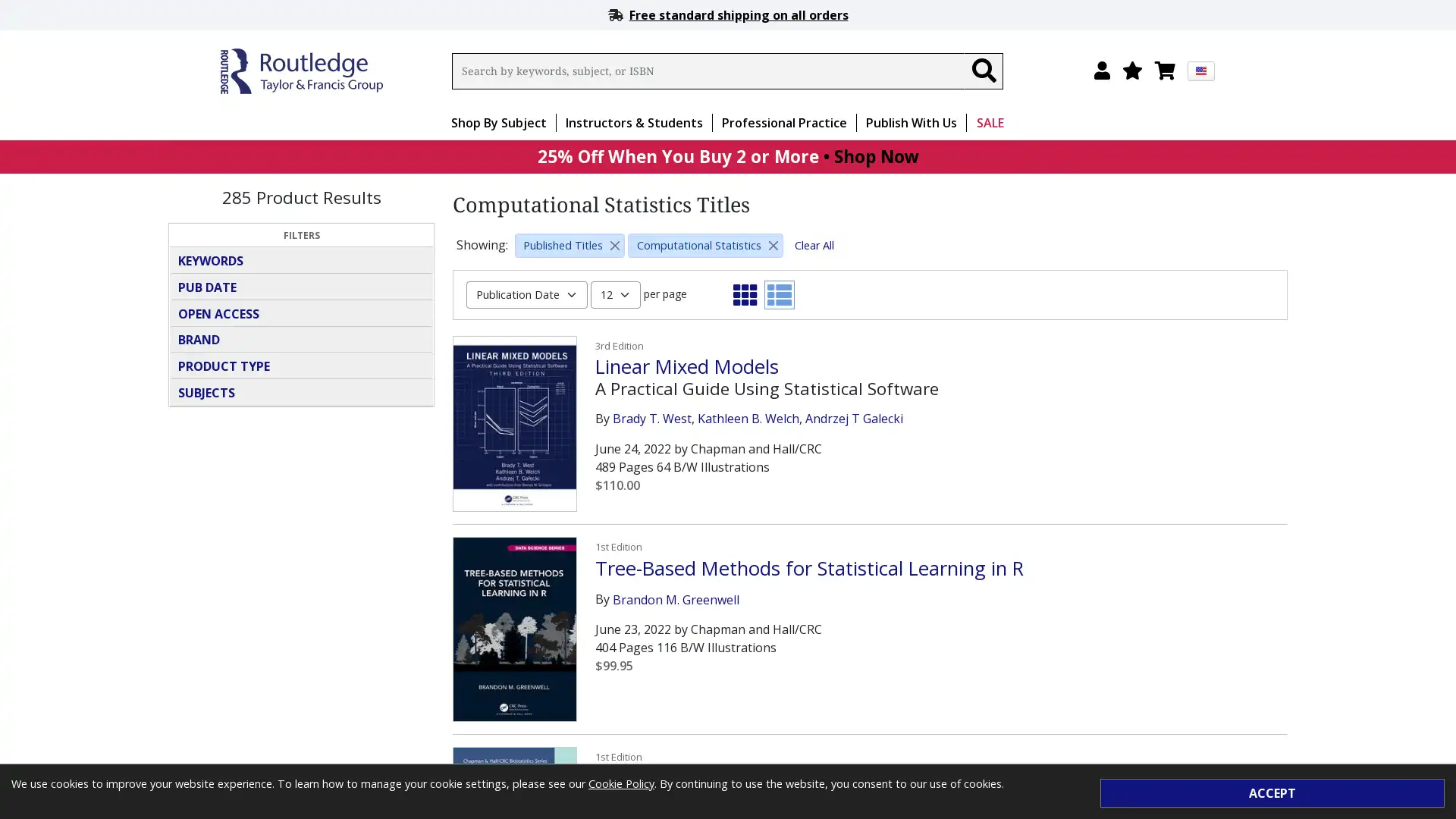 The height and width of the screenshot is (819, 1456). What do you see at coordinates (301, 366) in the screenshot?
I see `PRODUCT TYPE` at bounding box center [301, 366].